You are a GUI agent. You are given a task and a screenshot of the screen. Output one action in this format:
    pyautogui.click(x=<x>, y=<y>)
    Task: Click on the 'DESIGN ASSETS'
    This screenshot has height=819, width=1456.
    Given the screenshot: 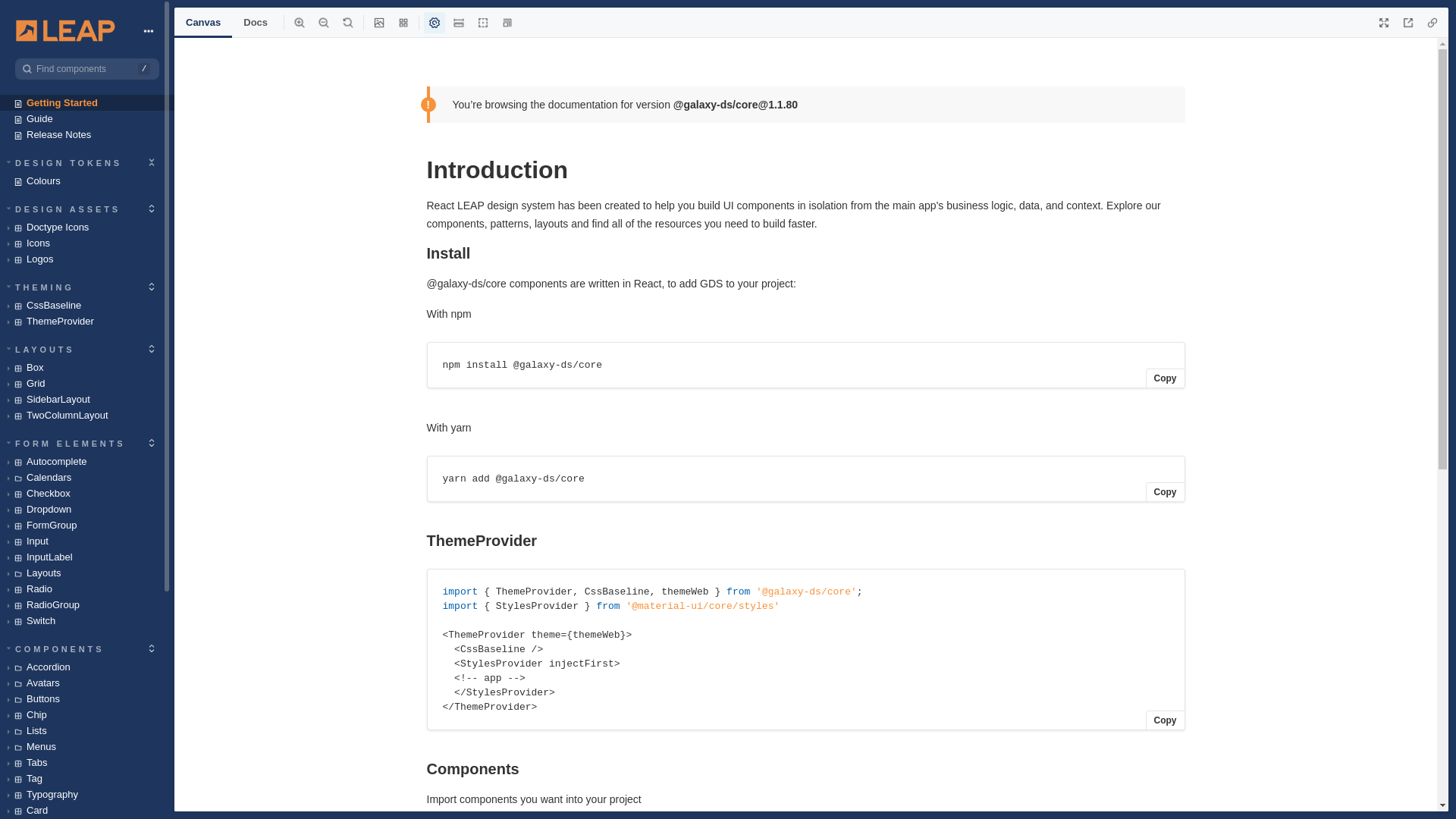 What is the action you would take?
    pyautogui.click(x=64, y=208)
    